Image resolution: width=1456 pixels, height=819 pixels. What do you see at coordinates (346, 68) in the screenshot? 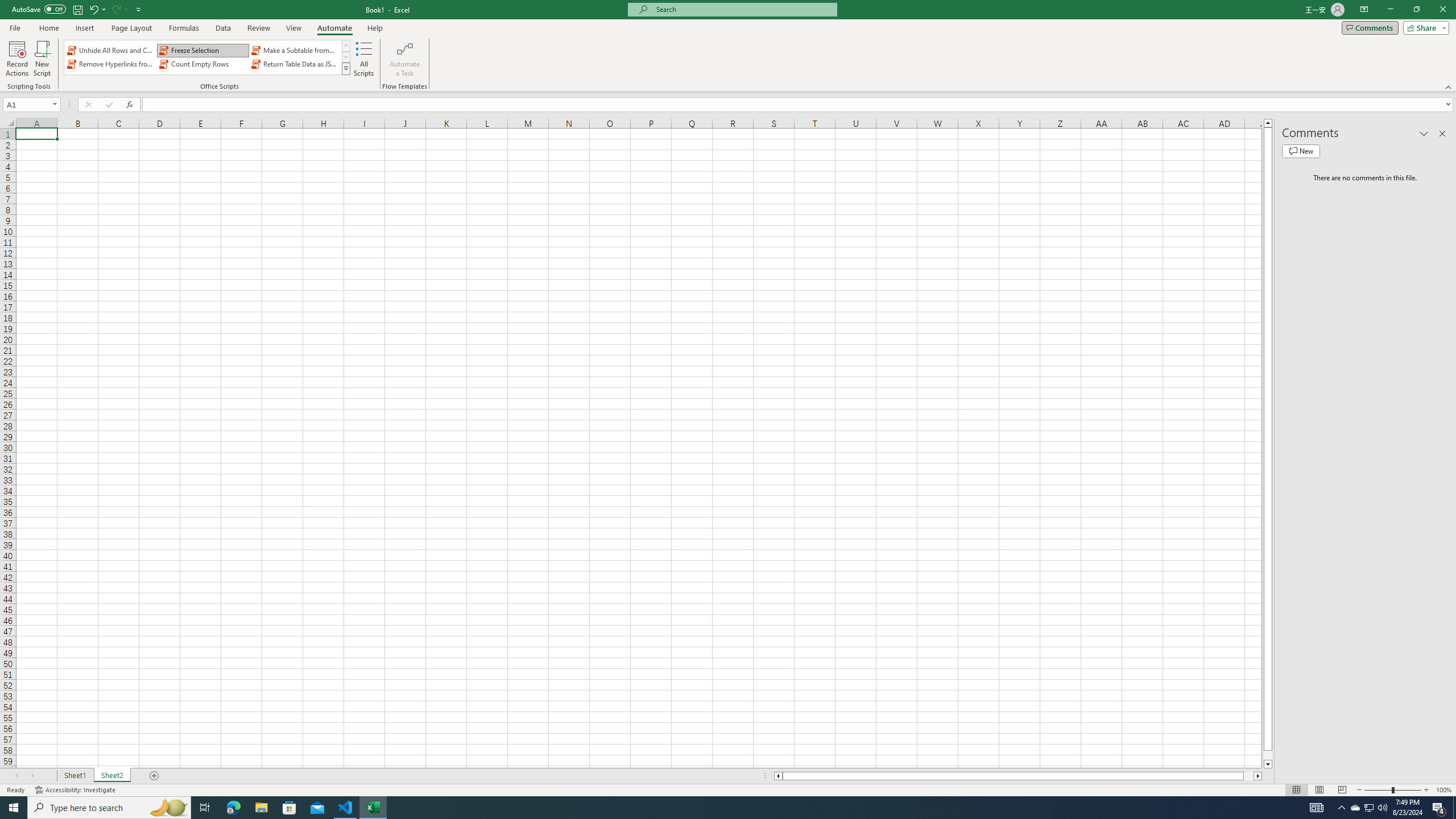
I see `'Office Scripts'` at bounding box center [346, 68].